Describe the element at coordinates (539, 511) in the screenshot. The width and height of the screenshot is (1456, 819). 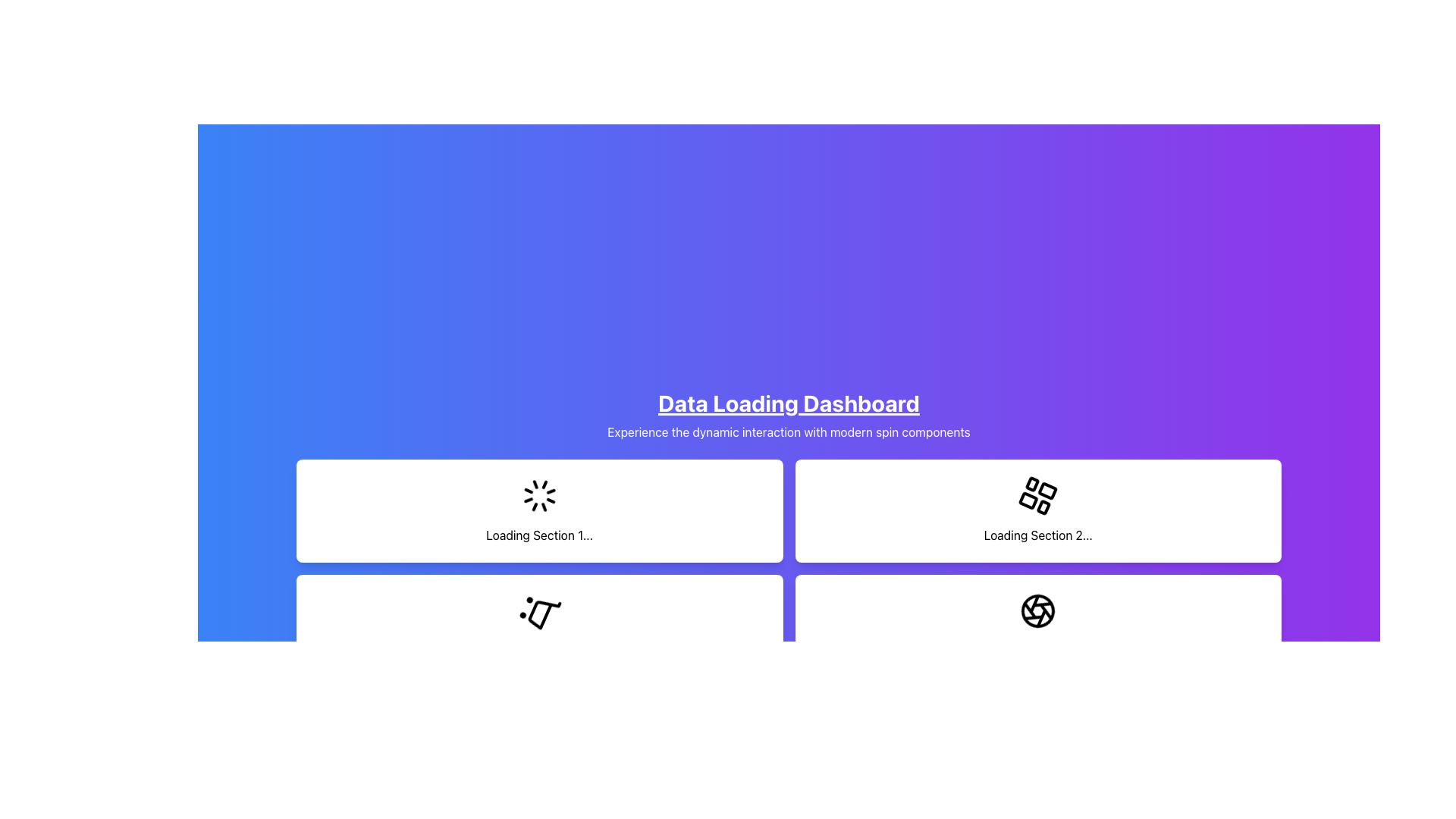
I see `status message from the Informational visual card with a loading indicator, which is the first card in the grid layout located at the top-left position` at that location.